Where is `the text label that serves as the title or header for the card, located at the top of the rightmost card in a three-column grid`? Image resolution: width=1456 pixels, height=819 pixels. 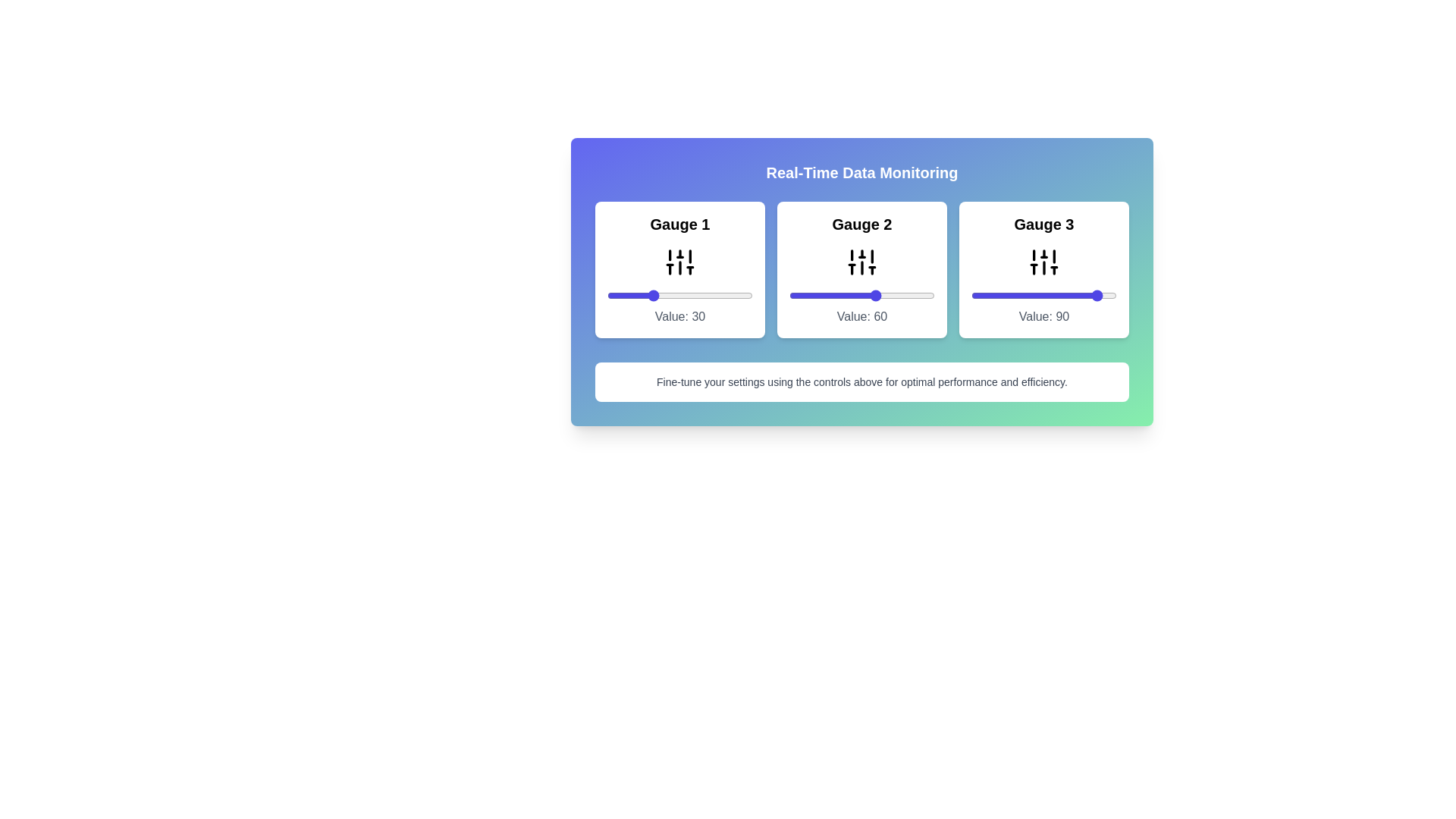
the text label that serves as the title or header for the card, located at the top of the rightmost card in a three-column grid is located at coordinates (1043, 224).